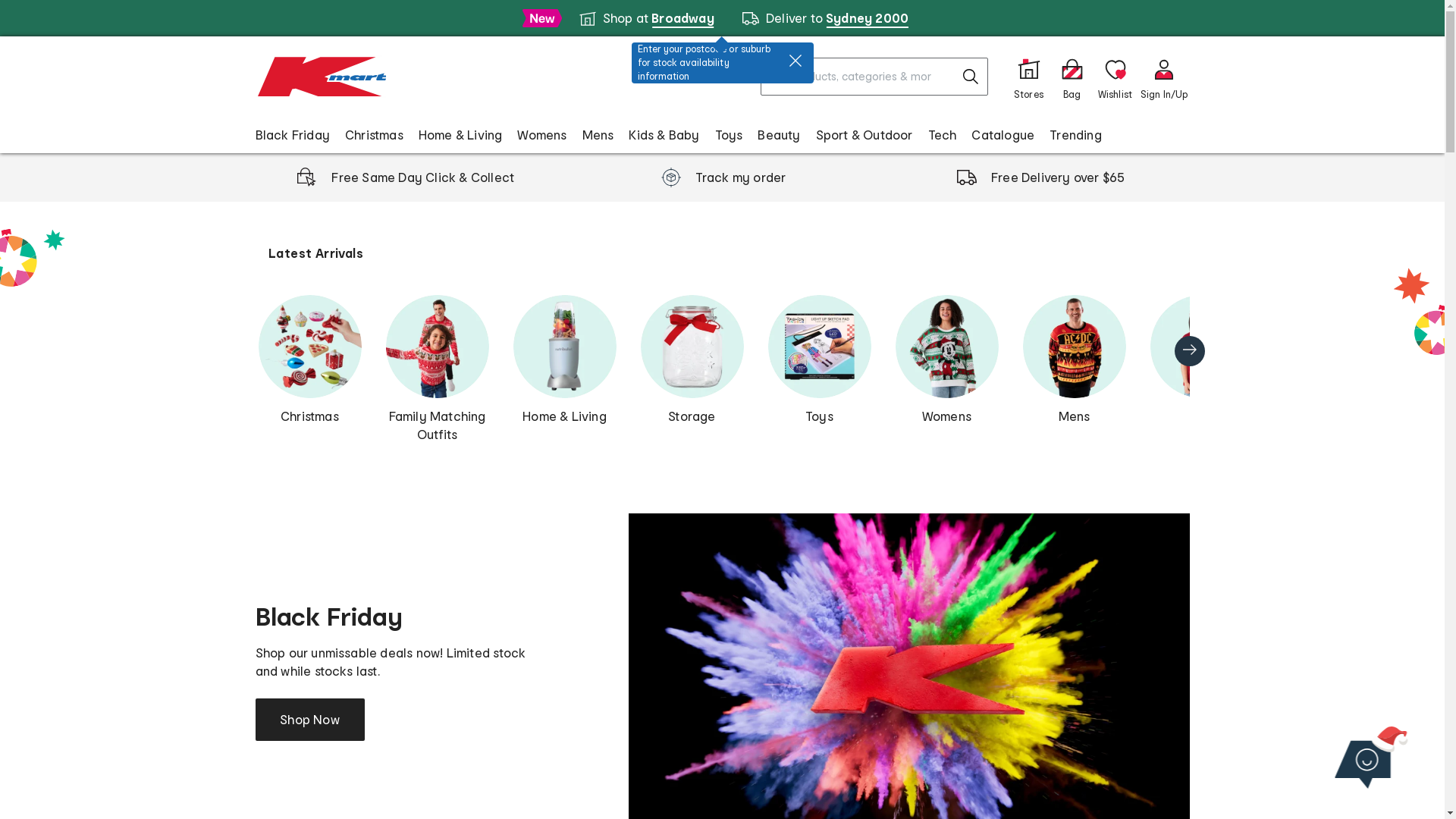  I want to click on 'Womens', so click(541, 133).